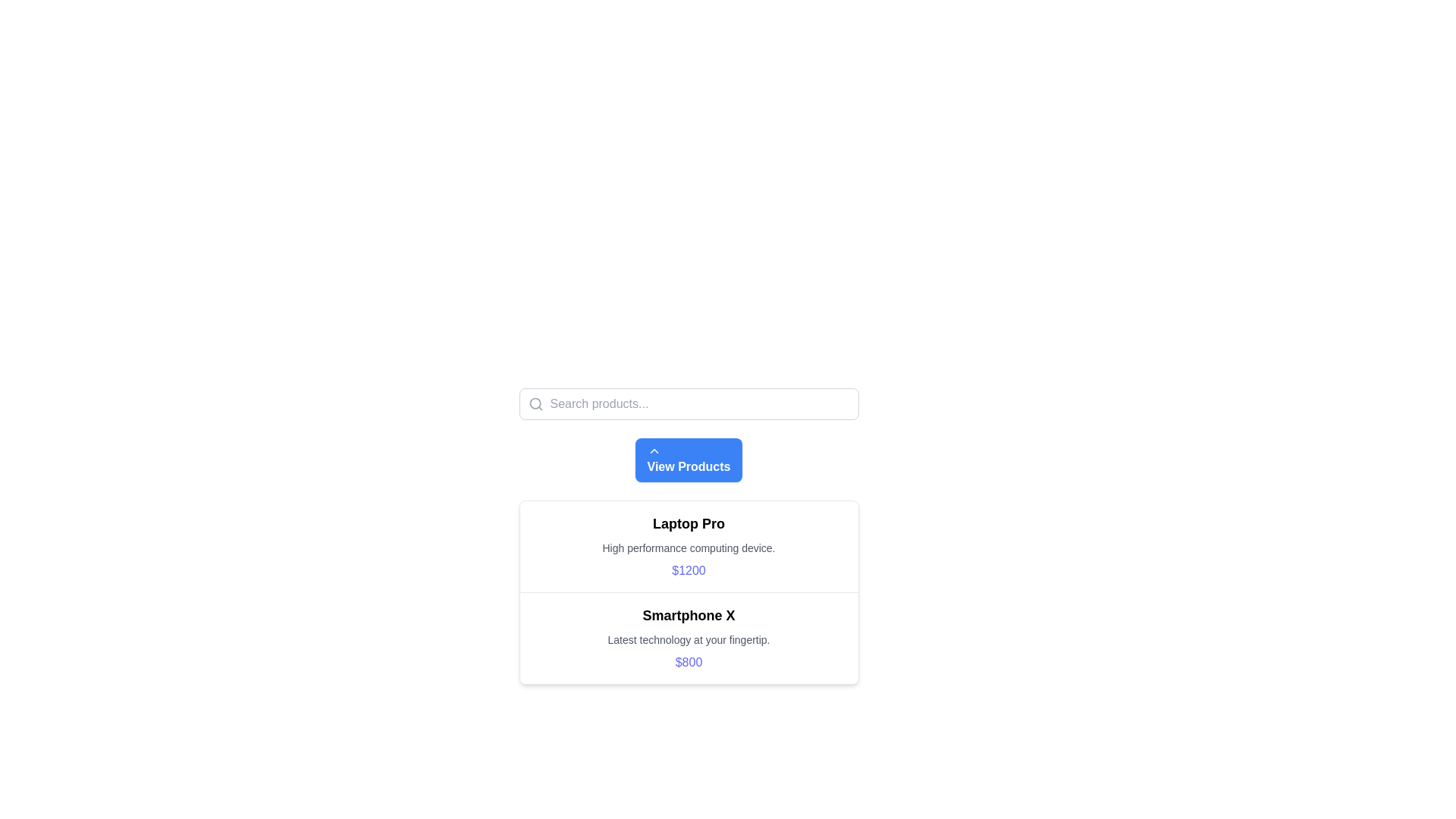 Image resolution: width=1456 pixels, height=819 pixels. Describe the element at coordinates (688, 616) in the screenshot. I see `the 'Smartphone X' text label which is displayed in a bold, larger font size, located within a product card above the descriptive text and price` at that location.